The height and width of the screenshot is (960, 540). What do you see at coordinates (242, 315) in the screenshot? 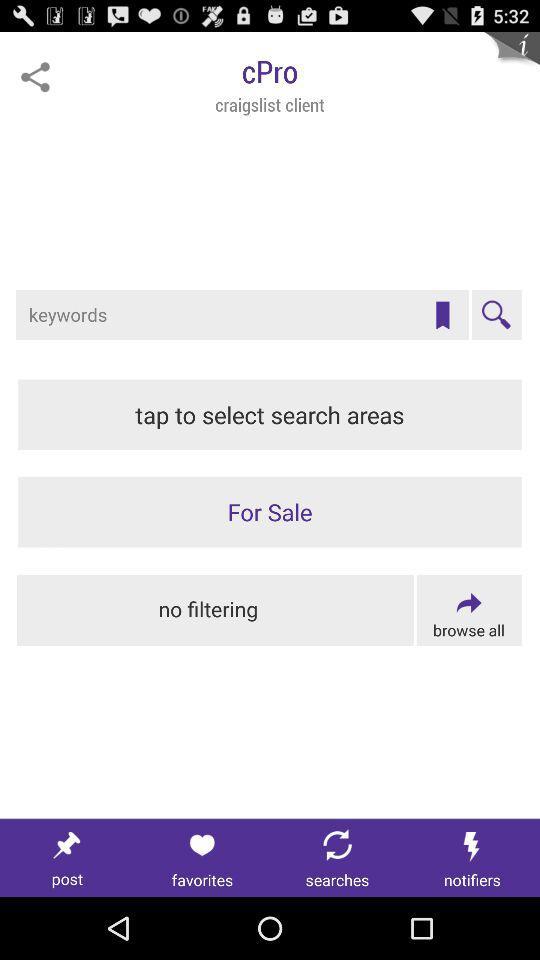
I see `search by keywords` at bounding box center [242, 315].